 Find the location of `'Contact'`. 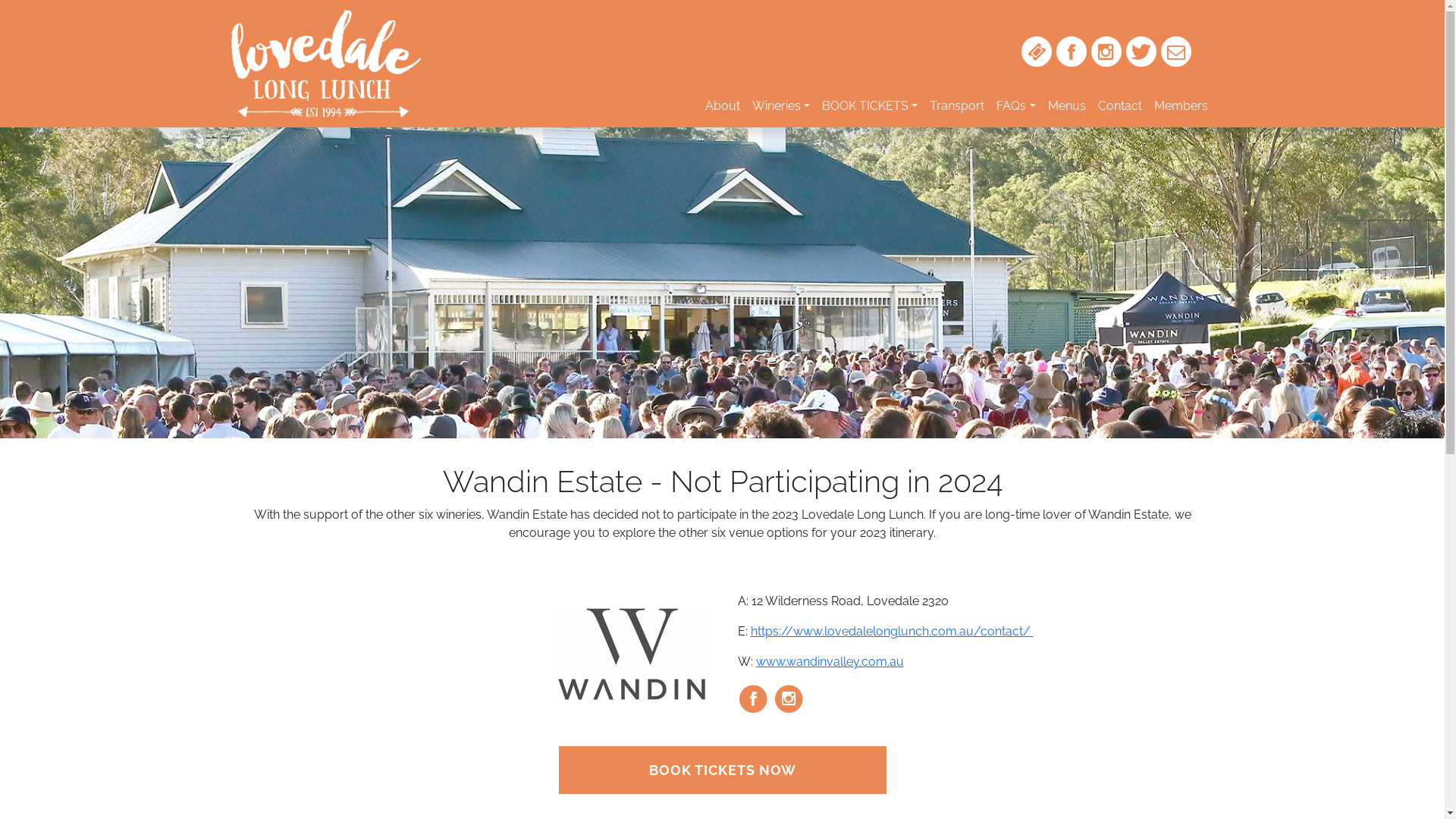

'Contact' is located at coordinates (1120, 105).